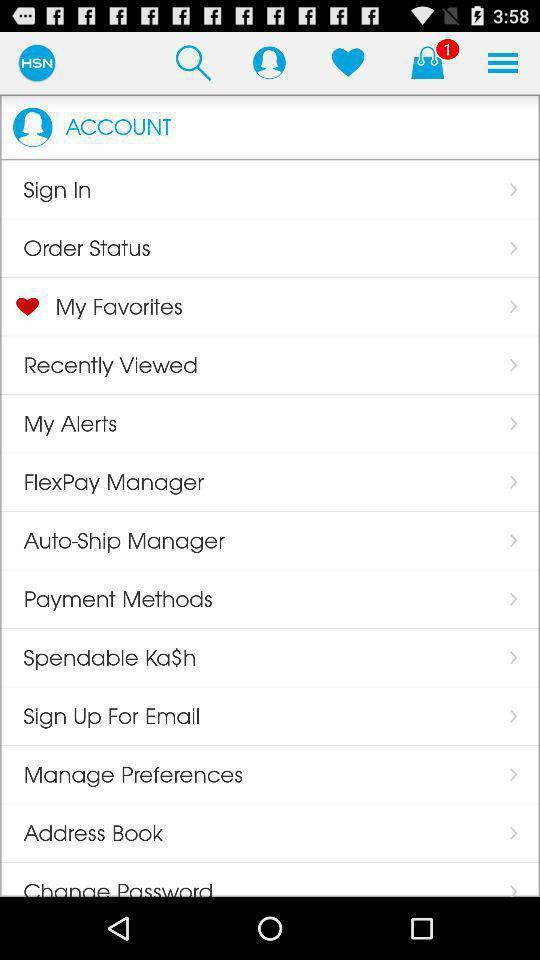 The width and height of the screenshot is (540, 960). What do you see at coordinates (193, 62) in the screenshot?
I see `the icon above the account` at bounding box center [193, 62].